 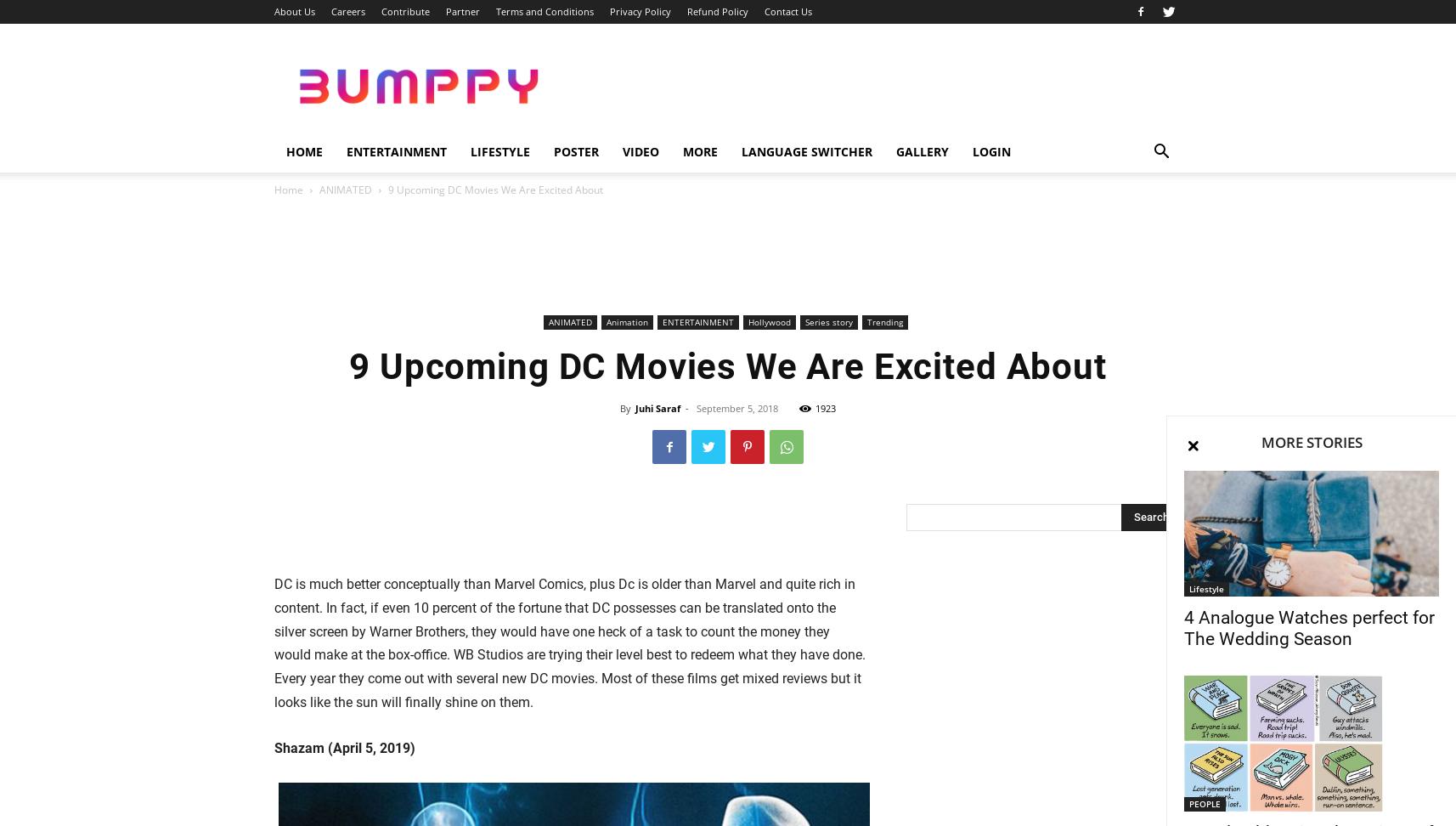 What do you see at coordinates (747, 321) in the screenshot?
I see `'Hollywood'` at bounding box center [747, 321].